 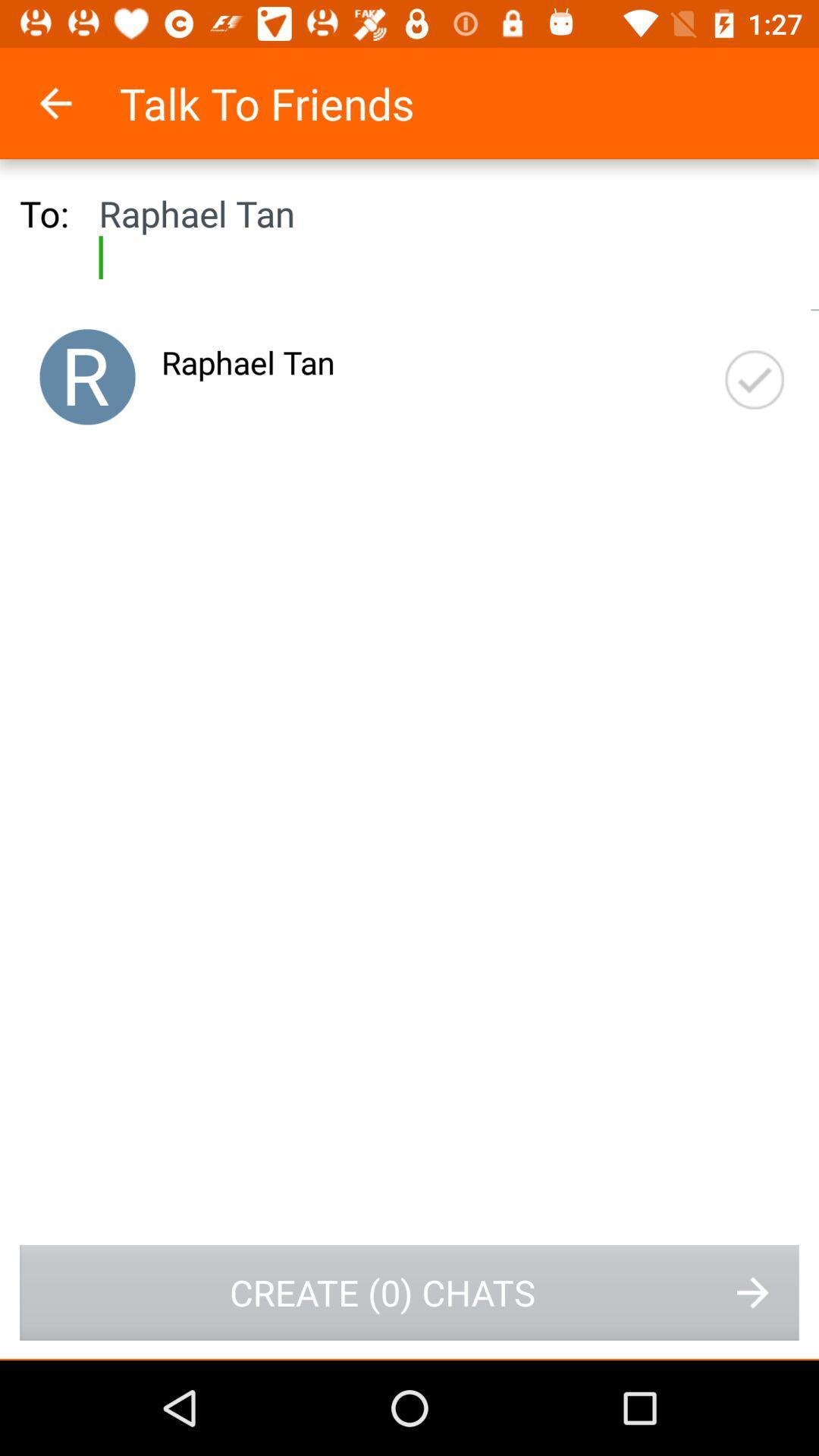 I want to click on use a photo instead of the person first letter in name, so click(x=87, y=377).